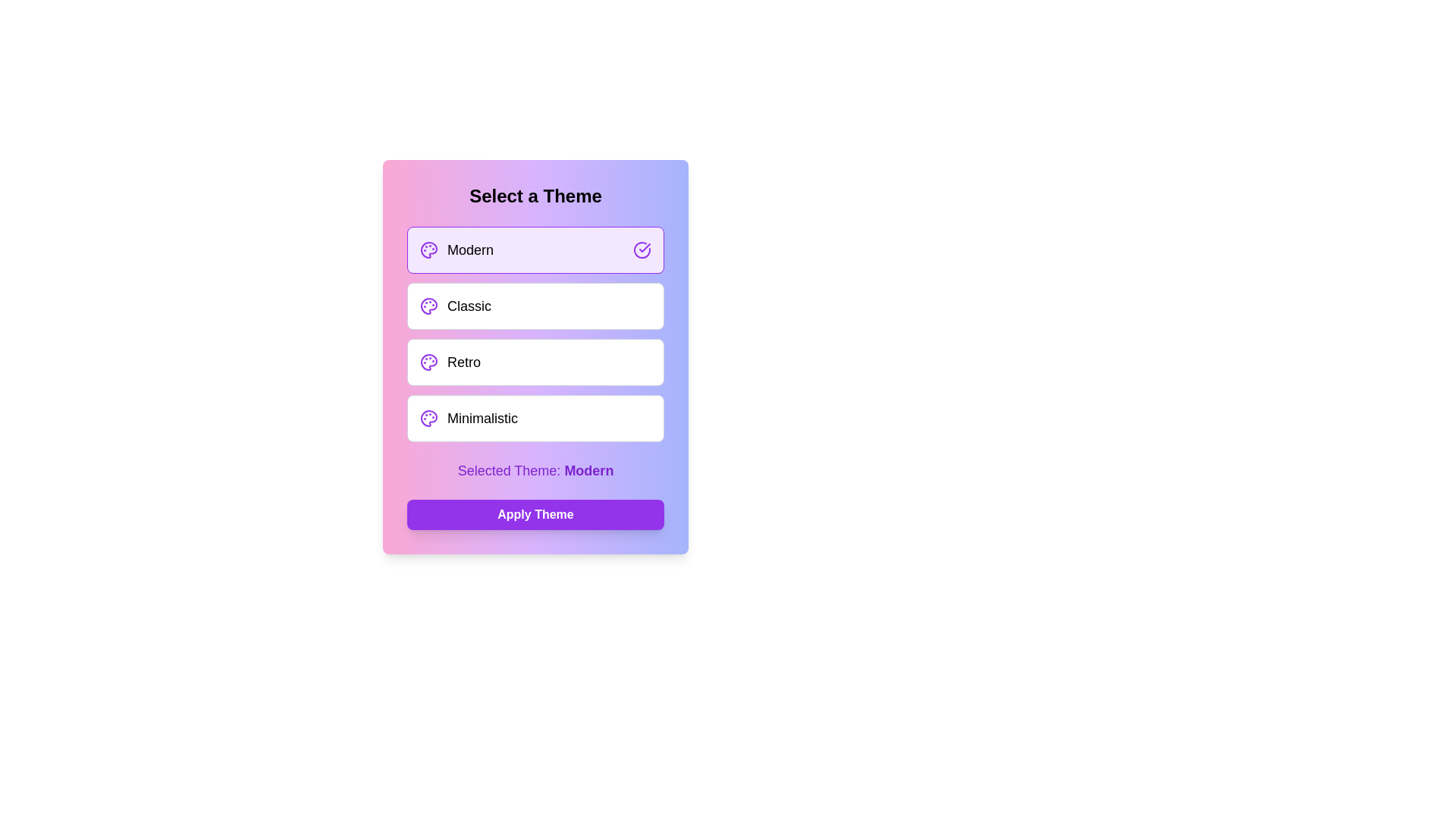 This screenshot has height=819, width=1456. Describe the element at coordinates (645, 247) in the screenshot. I see `the checkmark line within the SVG graphic that indicates a selection for the 'Modern' theme option` at that location.